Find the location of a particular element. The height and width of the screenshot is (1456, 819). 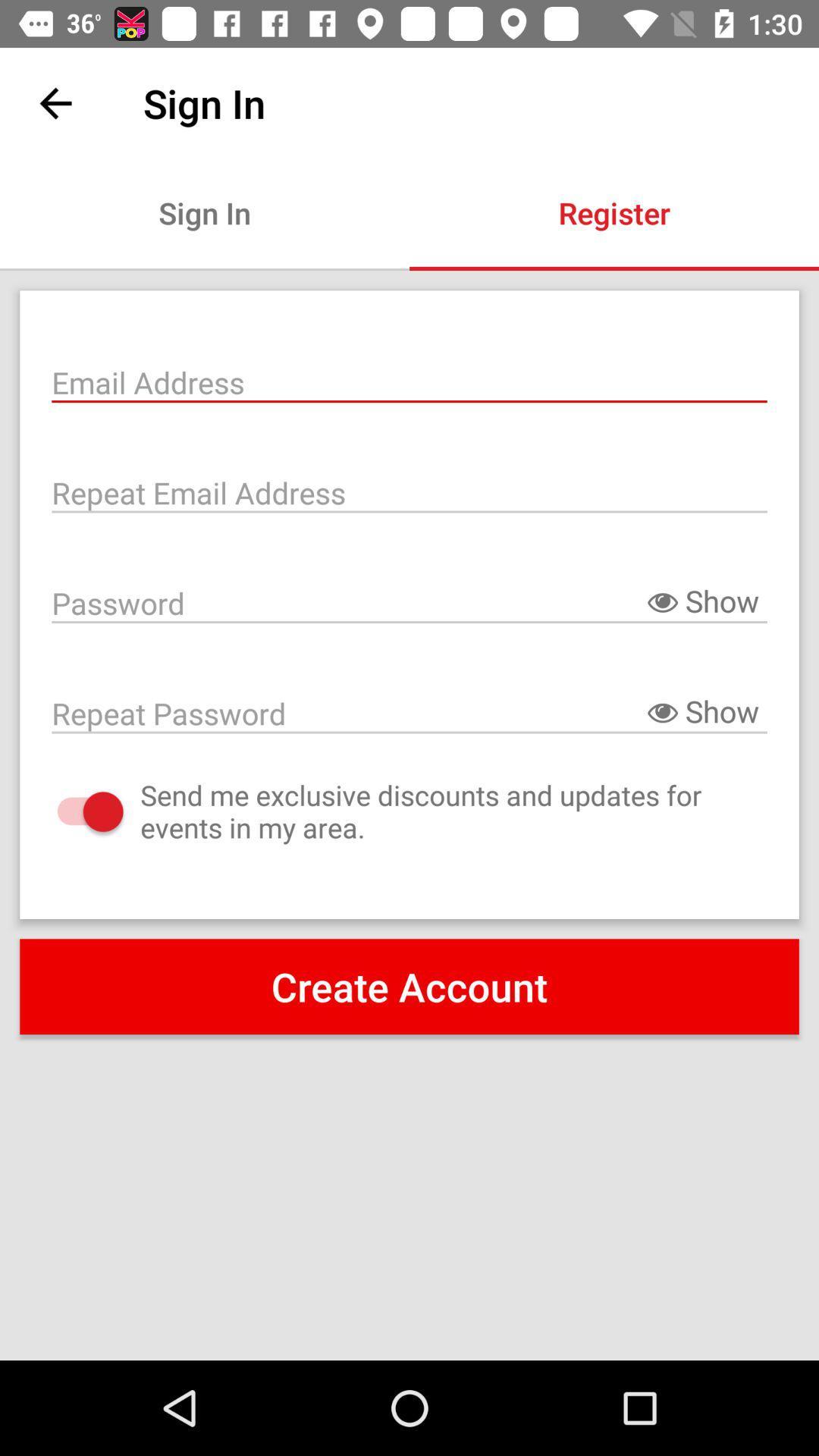

email address again is located at coordinates (409, 491).